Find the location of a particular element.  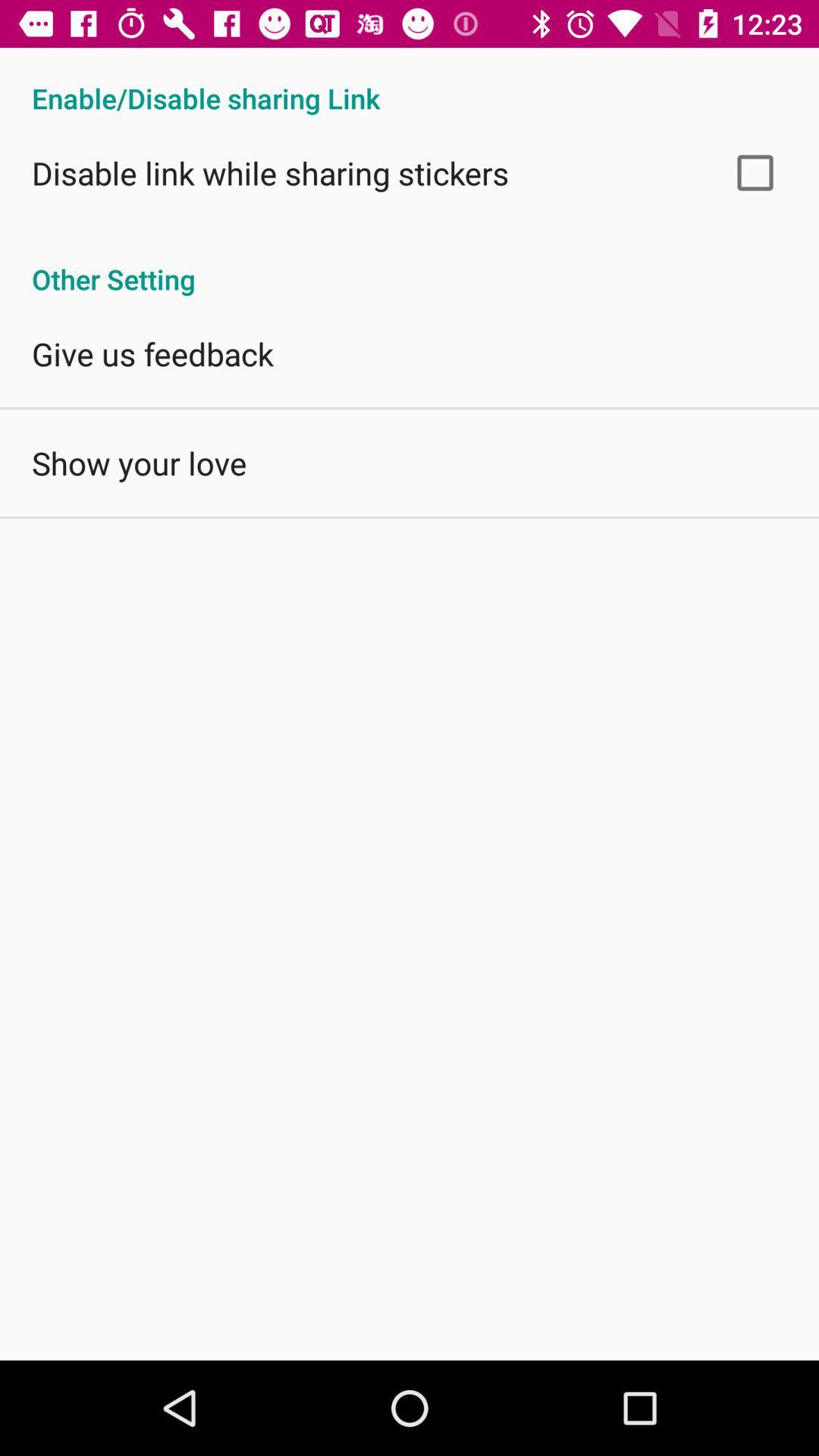

icon below the other setting app is located at coordinates (152, 353).